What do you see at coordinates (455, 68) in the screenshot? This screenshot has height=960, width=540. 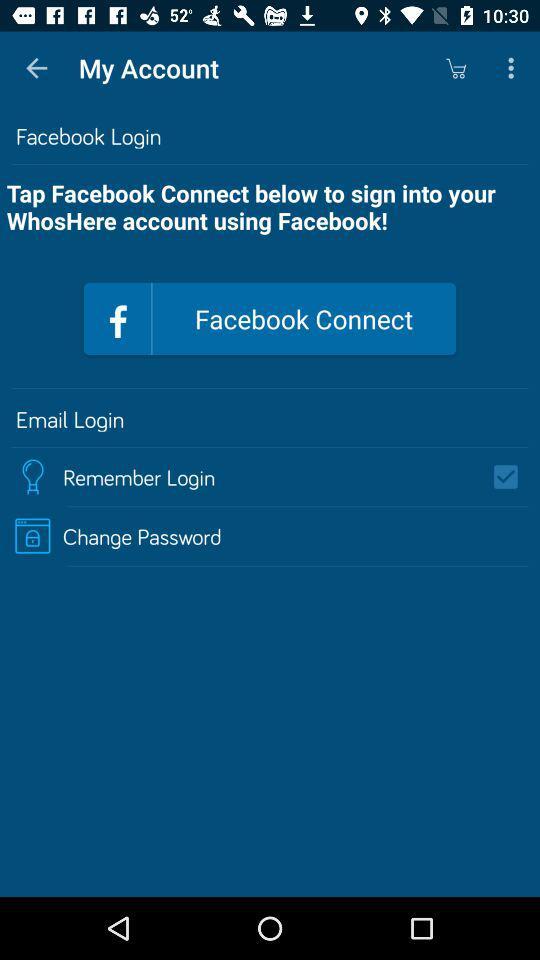 I see `the item above facebook login item` at bounding box center [455, 68].